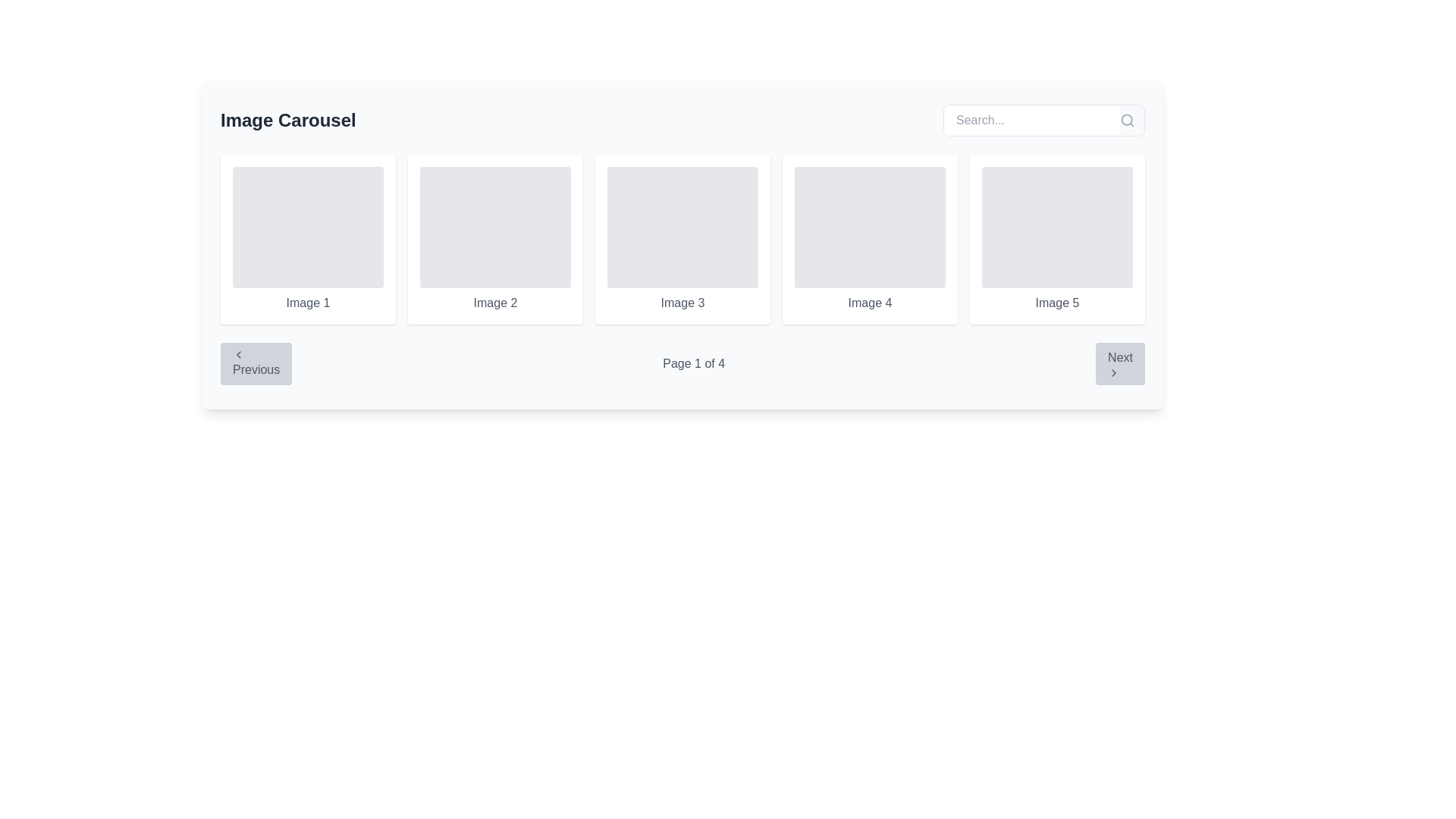 The height and width of the screenshot is (819, 1456). What do you see at coordinates (1113, 373) in the screenshot?
I see `the chevron icon embedded within the 'Next' button at the bottom-right corner of the image carousel` at bounding box center [1113, 373].